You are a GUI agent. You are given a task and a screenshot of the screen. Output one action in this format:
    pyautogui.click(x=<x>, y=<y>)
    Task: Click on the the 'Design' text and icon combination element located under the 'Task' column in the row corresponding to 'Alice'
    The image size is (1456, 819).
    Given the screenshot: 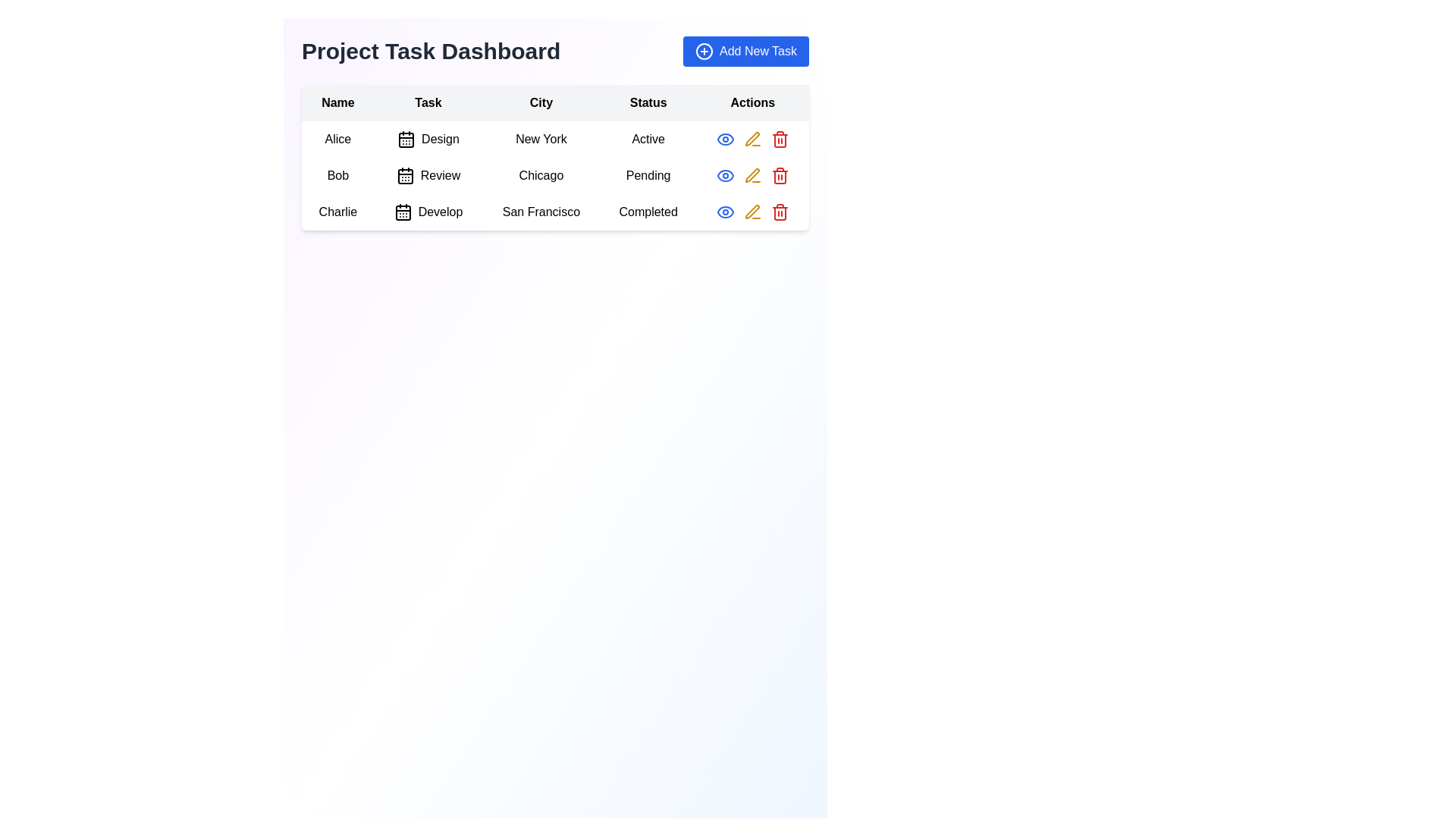 What is the action you would take?
    pyautogui.click(x=428, y=140)
    